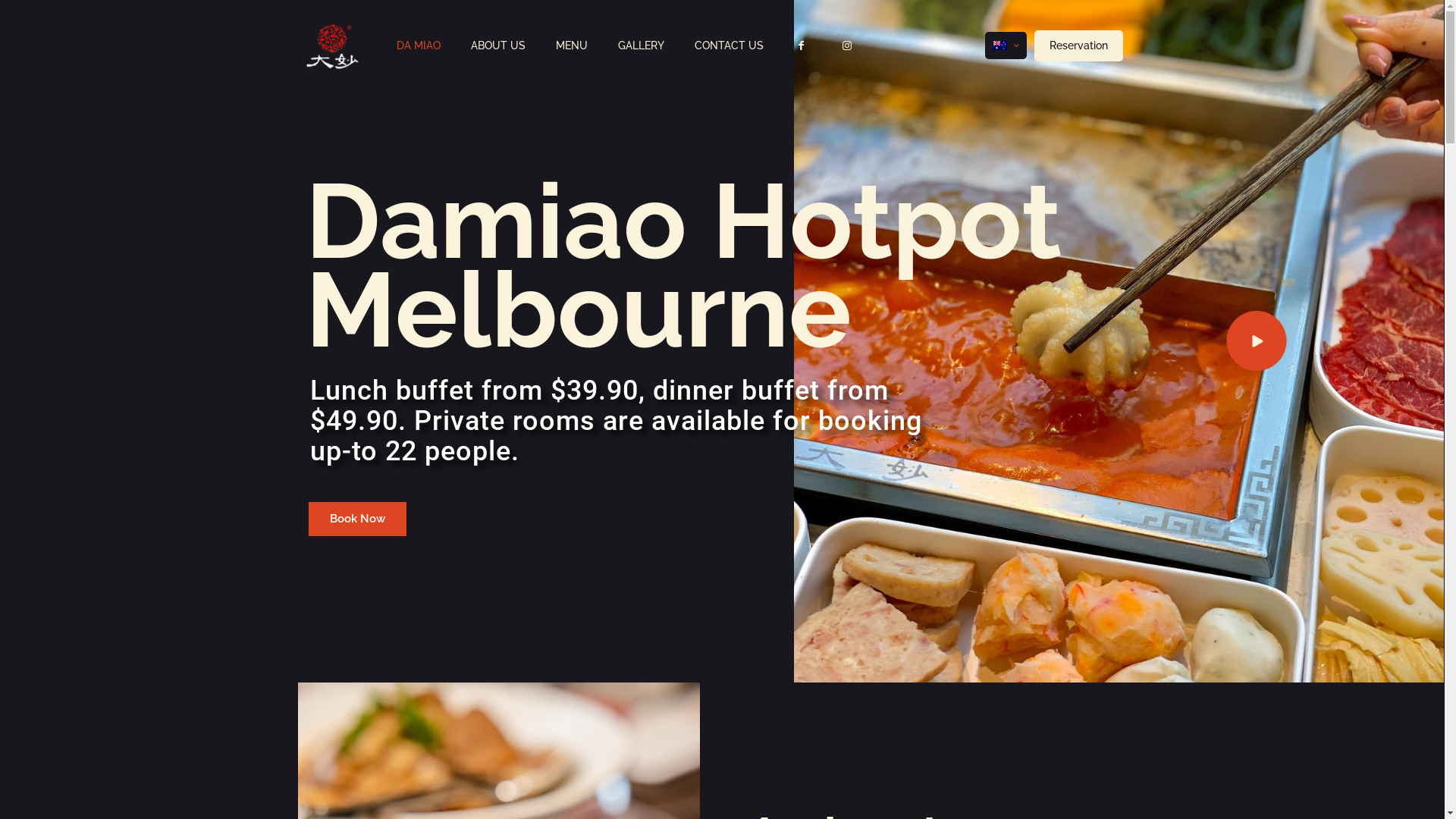 This screenshot has width=1456, height=819. Describe the element at coordinates (356, 518) in the screenshot. I see `'Book Now'` at that location.